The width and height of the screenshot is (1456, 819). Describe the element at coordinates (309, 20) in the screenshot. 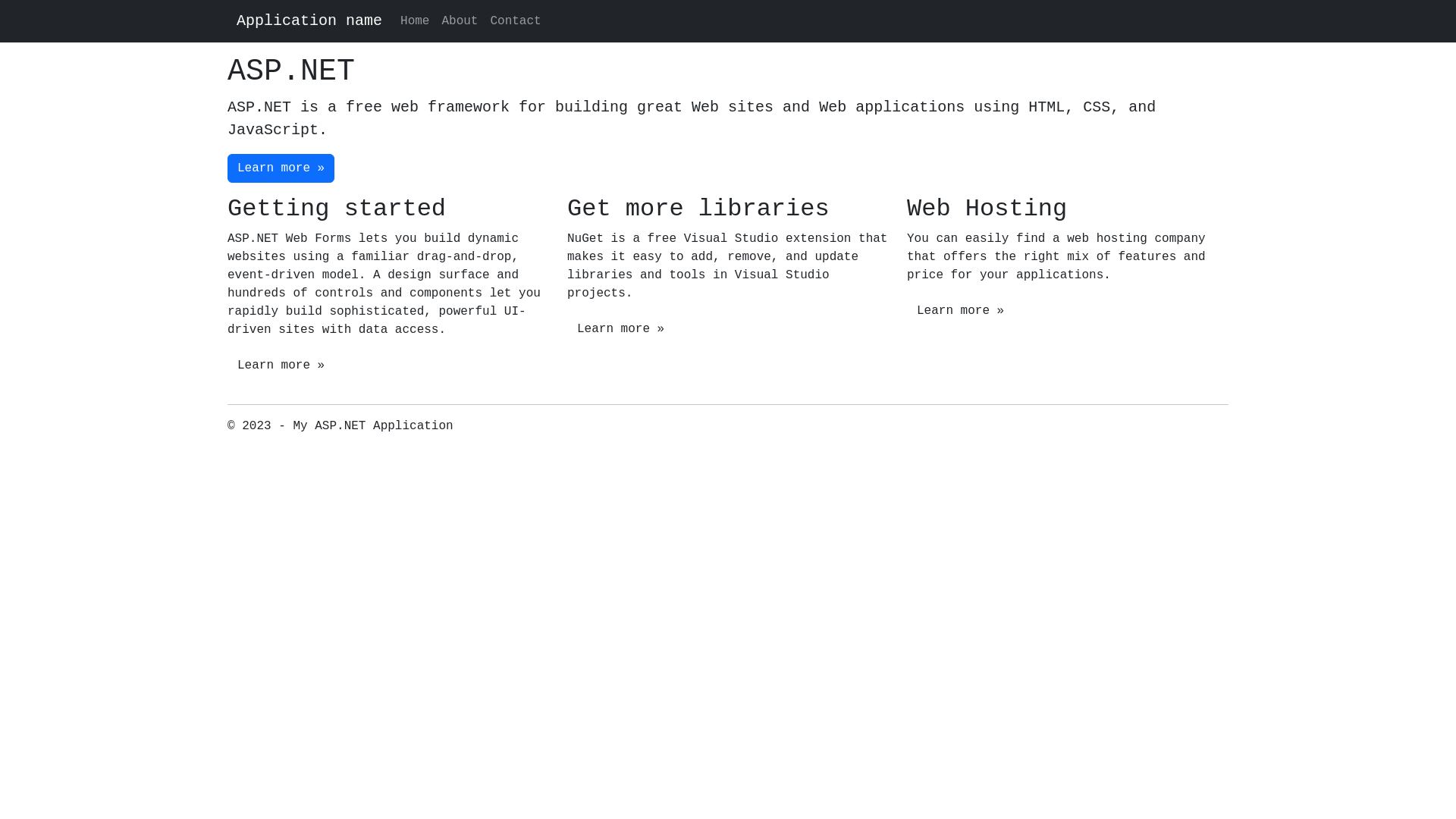

I see `'Application name'` at that location.